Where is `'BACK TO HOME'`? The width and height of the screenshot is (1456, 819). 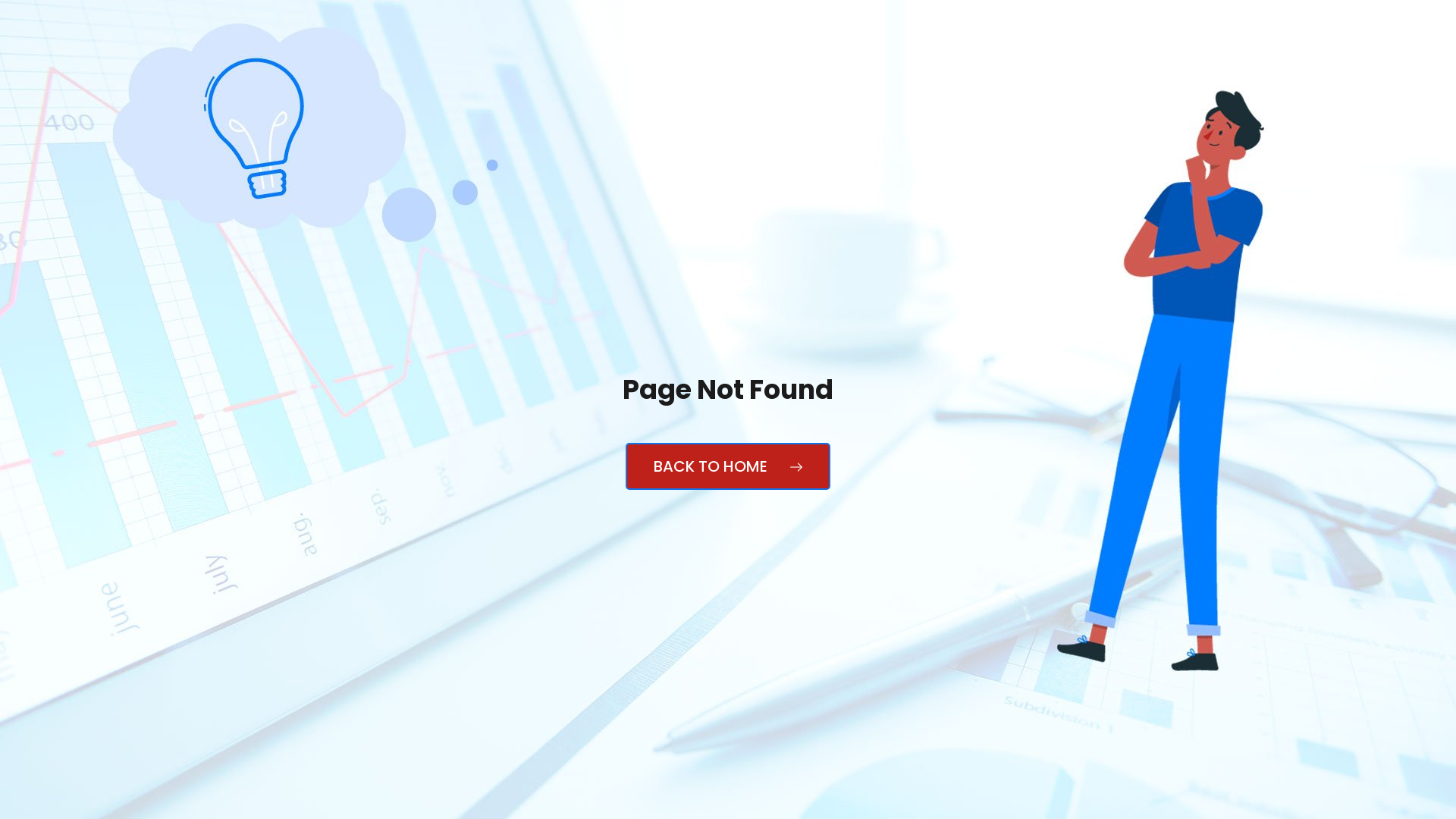
'BACK TO HOME' is located at coordinates (626, 465).